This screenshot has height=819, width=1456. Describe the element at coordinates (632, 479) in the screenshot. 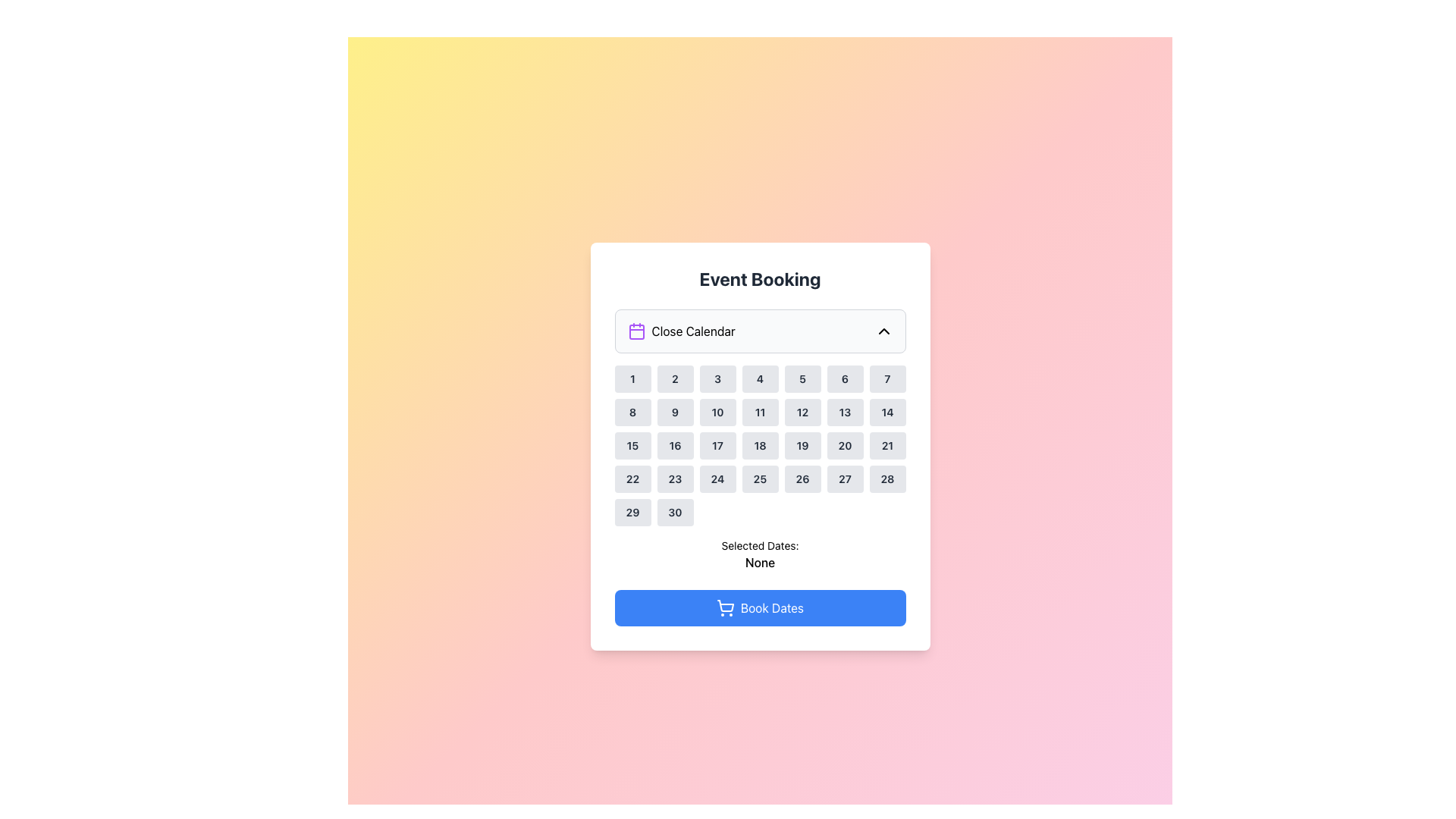

I see `the calendar day selector button for date '22' located in the 4th row and 1st column of the grid under 'Event Booking'` at that location.